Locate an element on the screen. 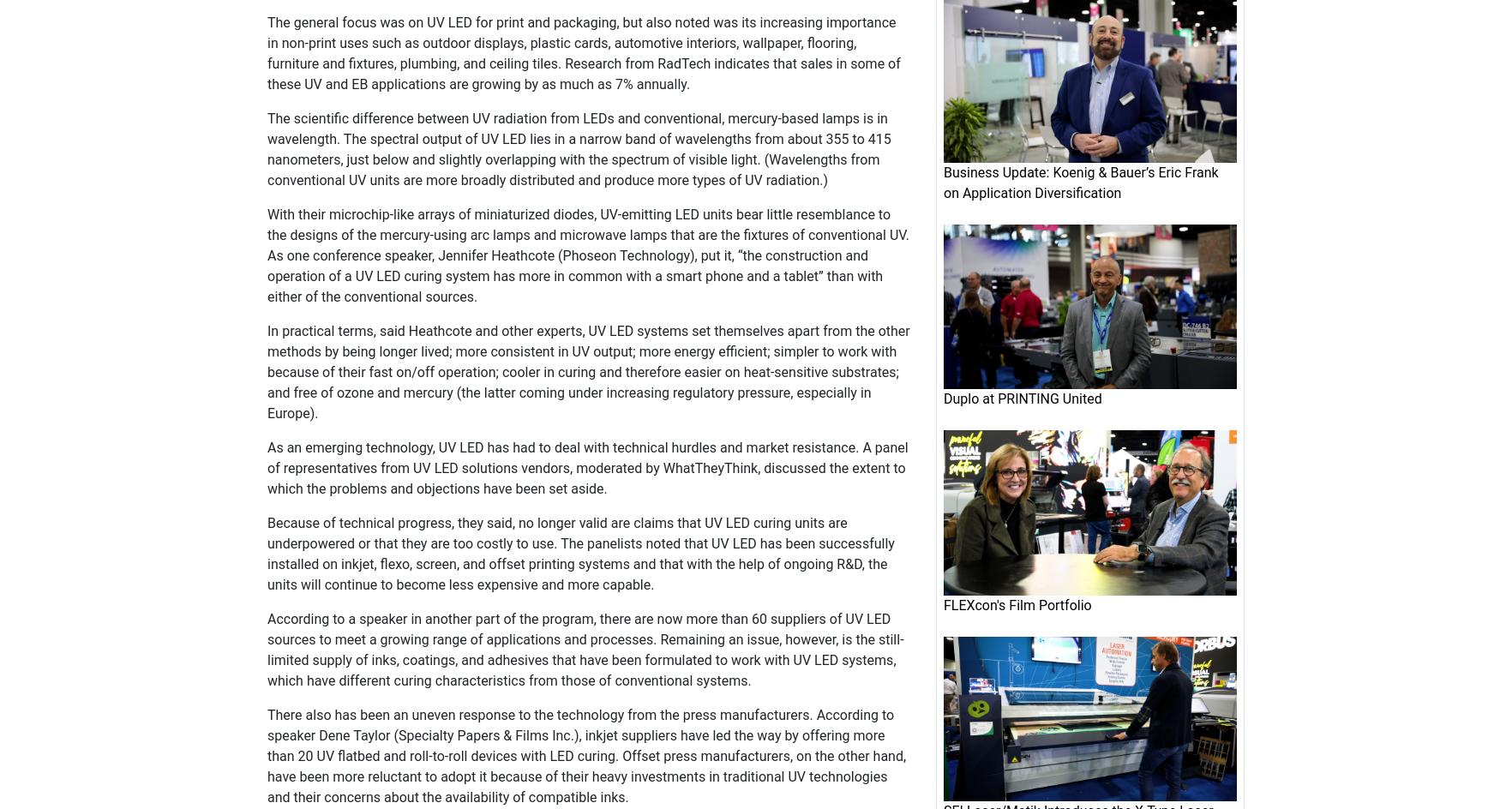  'Business Update: Koenig & Bauer’s Eric Frank on Application Diversification' is located at coordinates (1081, 182).